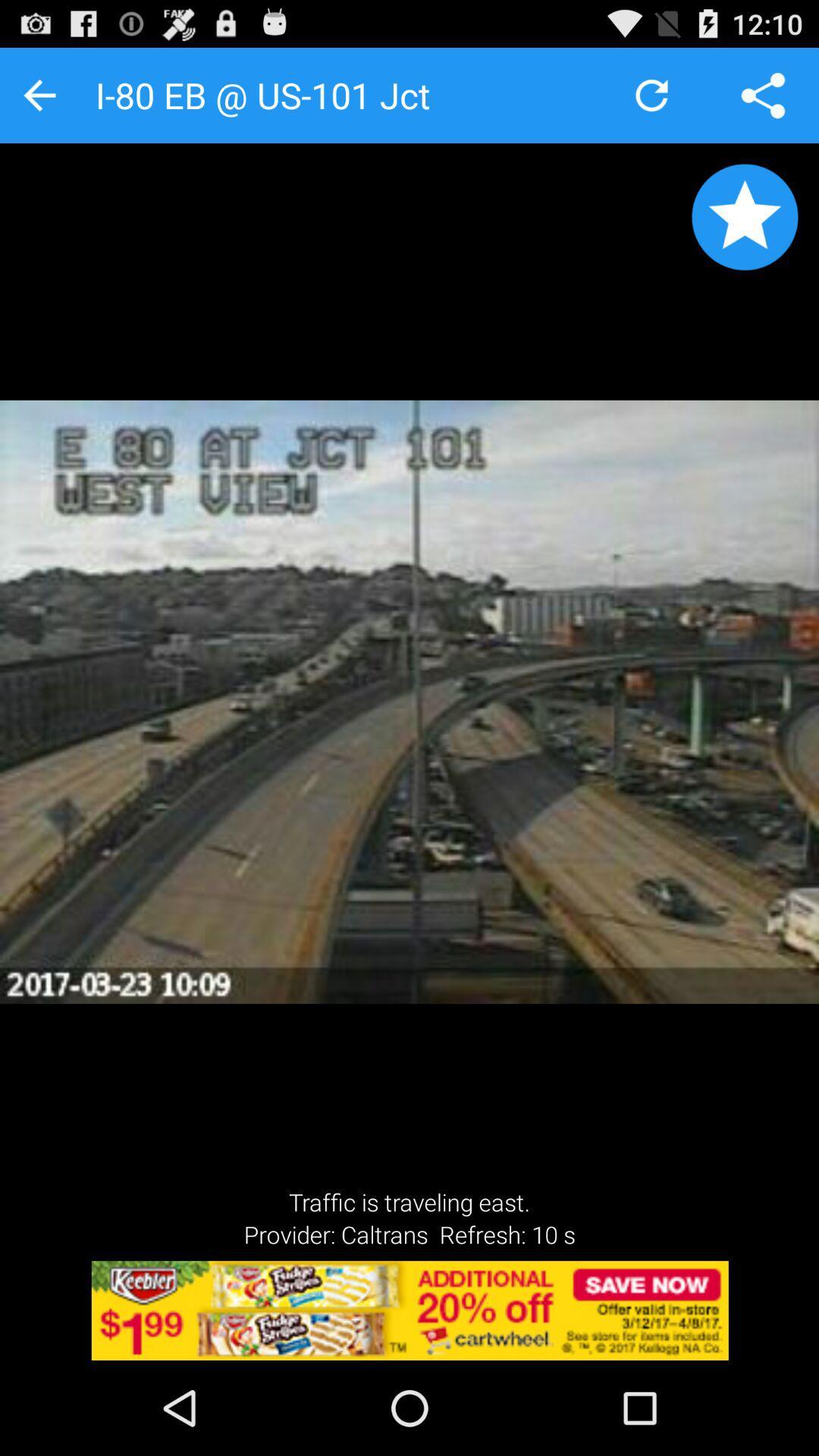  Describe the element at coordinates (744, 216) in the screenshot. I see `favourite option` at that location.